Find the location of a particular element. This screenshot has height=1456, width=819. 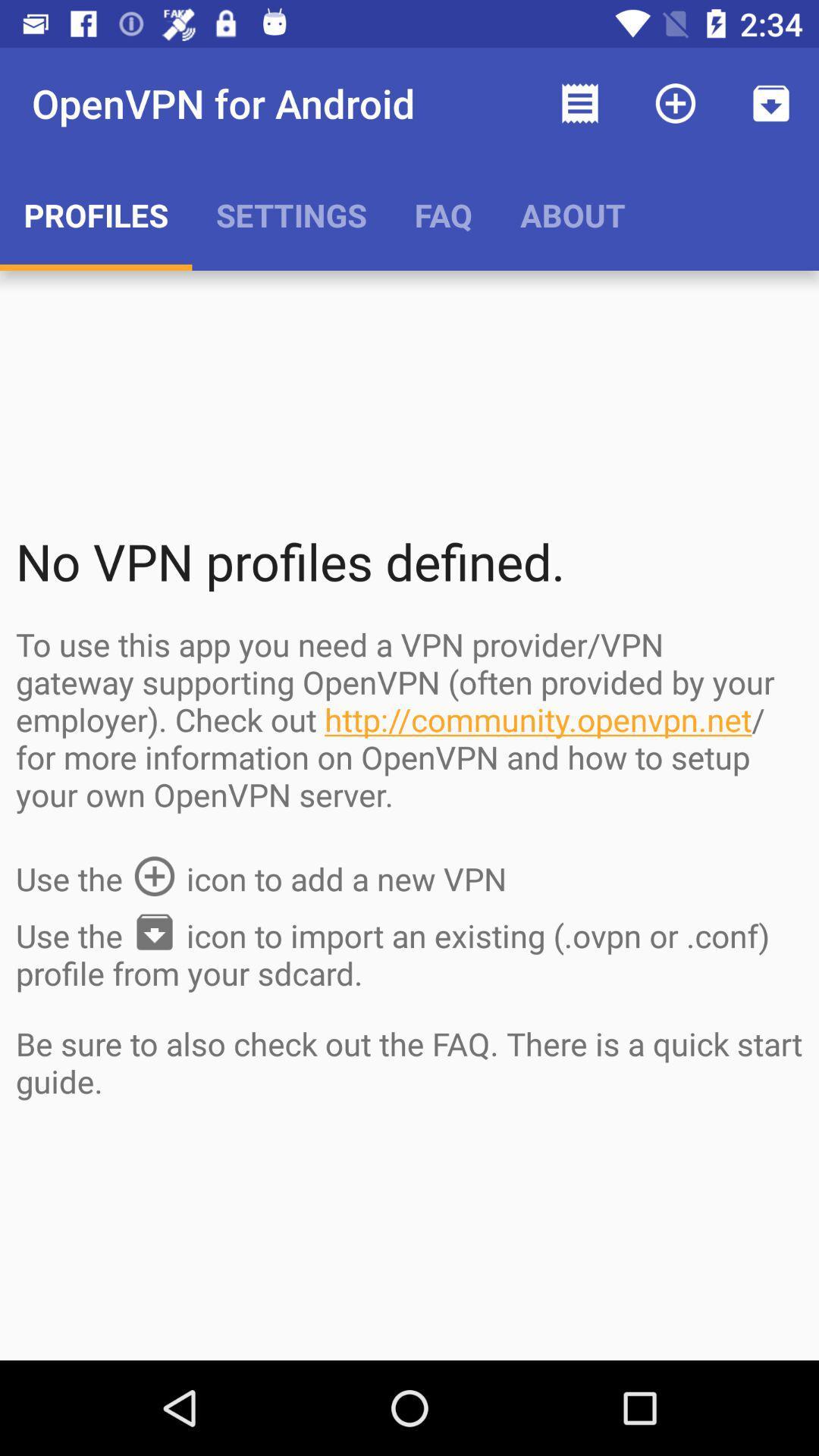

the item above the about app is located at coordinates (579, 102).